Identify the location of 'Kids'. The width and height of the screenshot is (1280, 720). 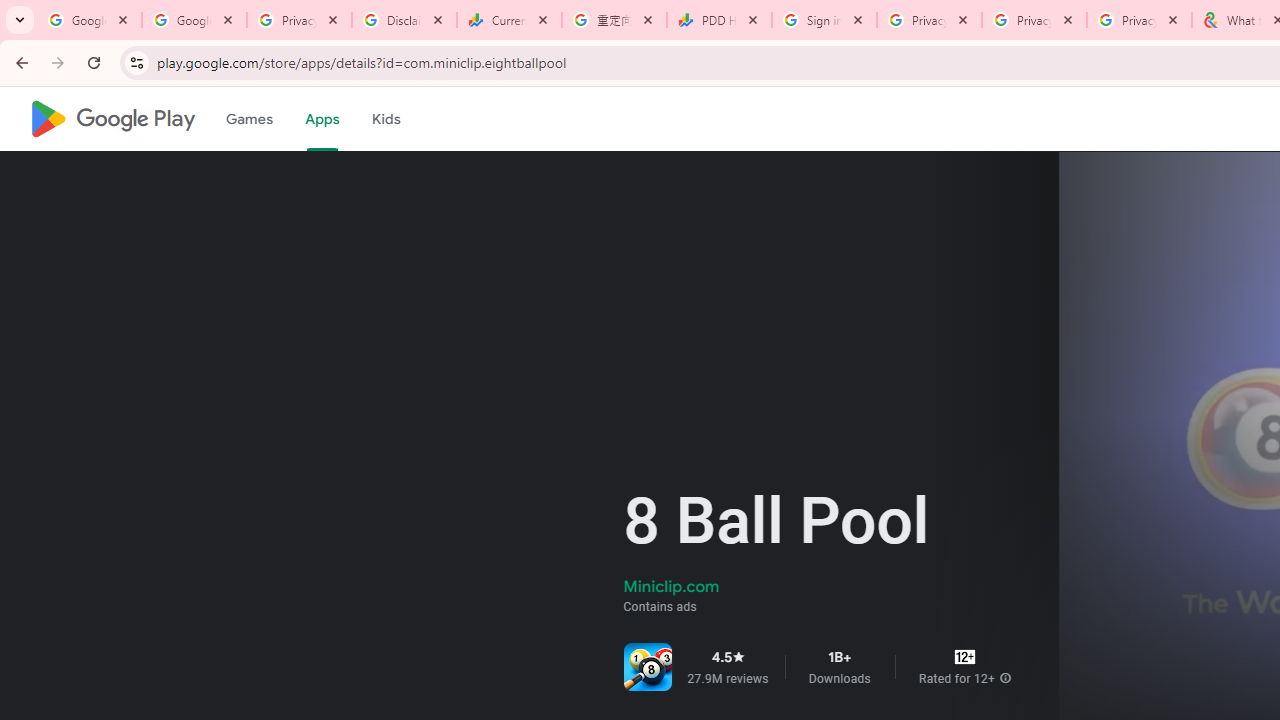
(385, 119).